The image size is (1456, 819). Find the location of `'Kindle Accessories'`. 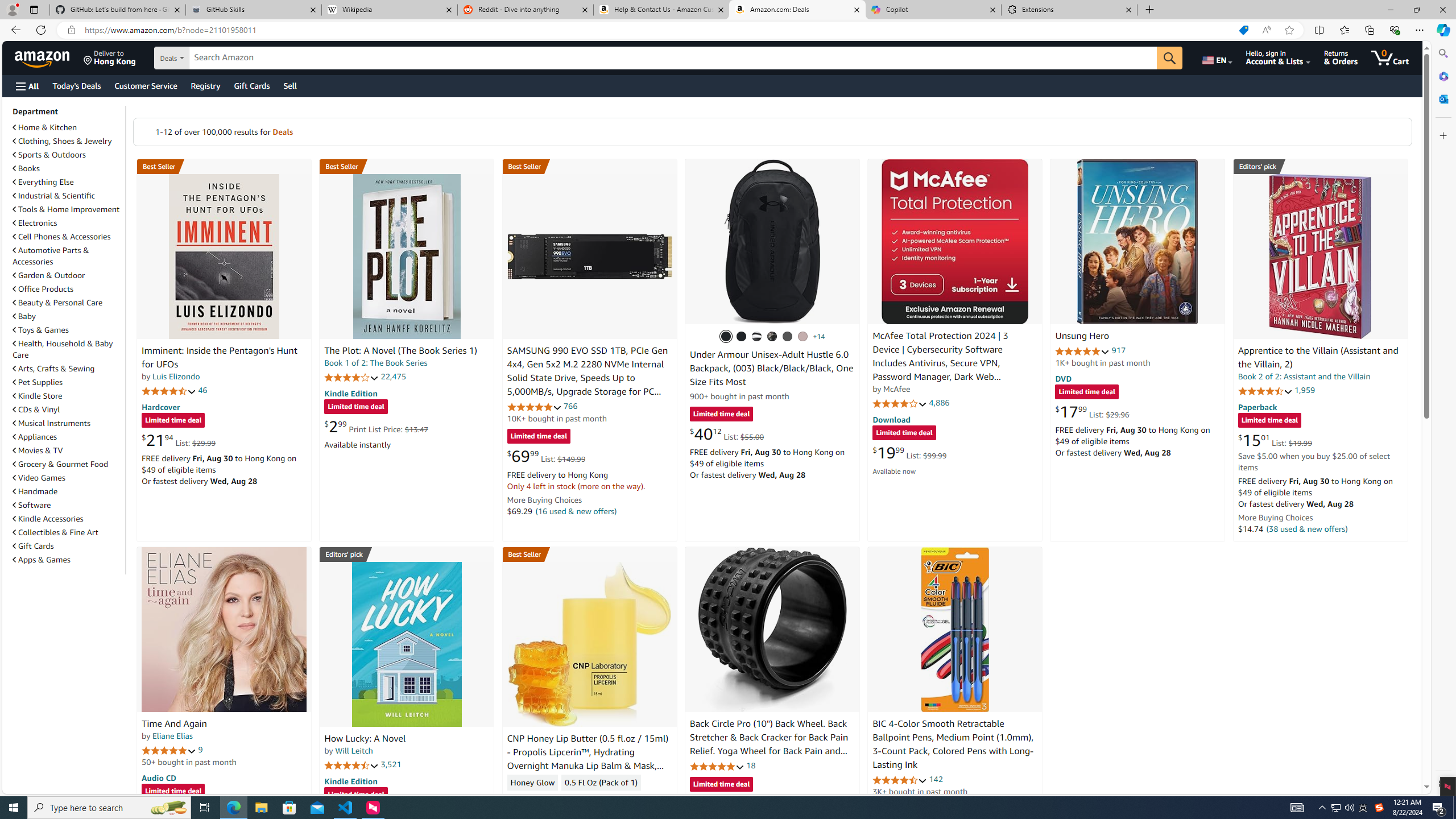

'Kindle Accessories' is located at coordinates (67, 518).